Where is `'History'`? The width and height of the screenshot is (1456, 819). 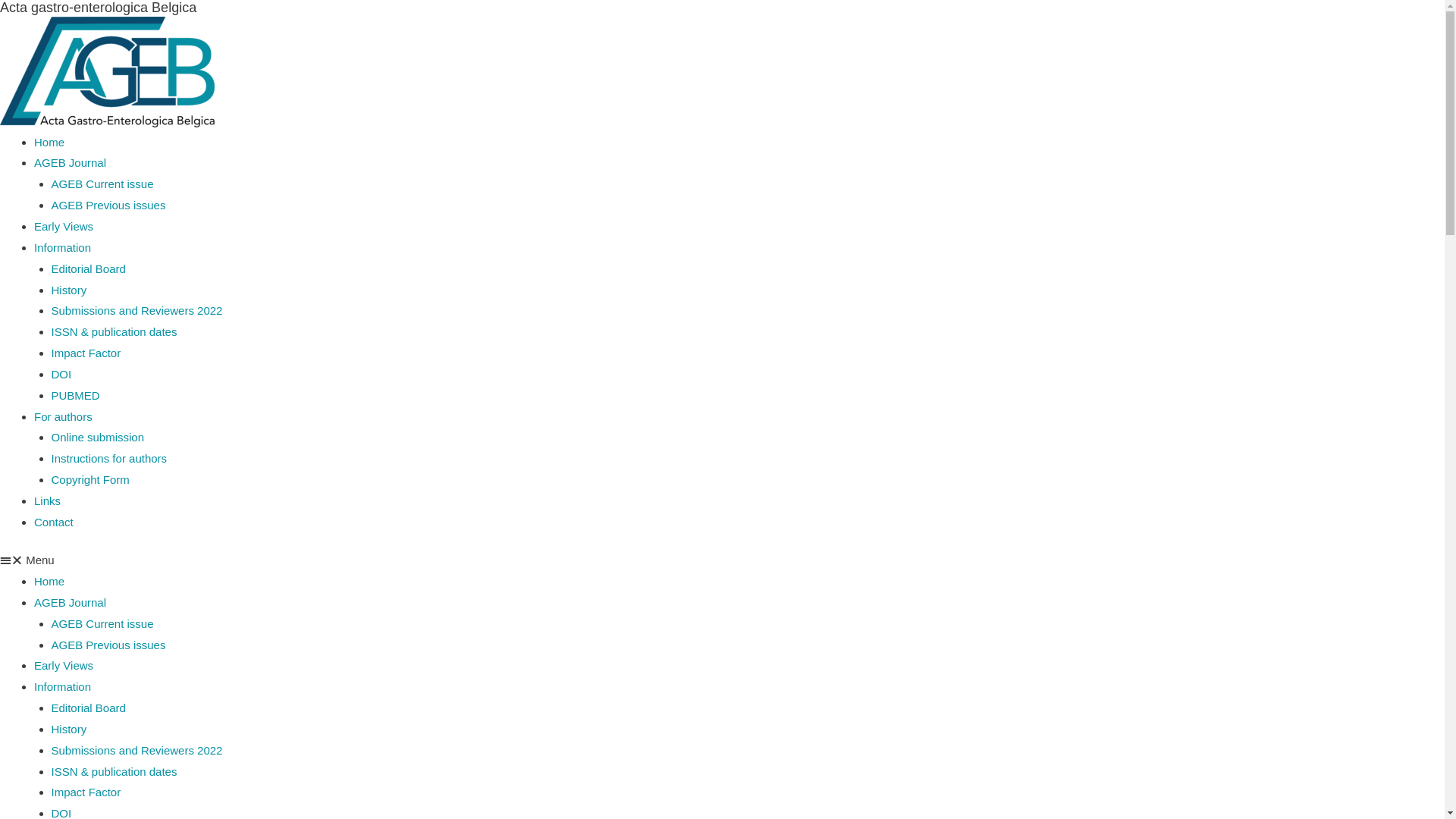 'History' is located at coordinates (68, 728).